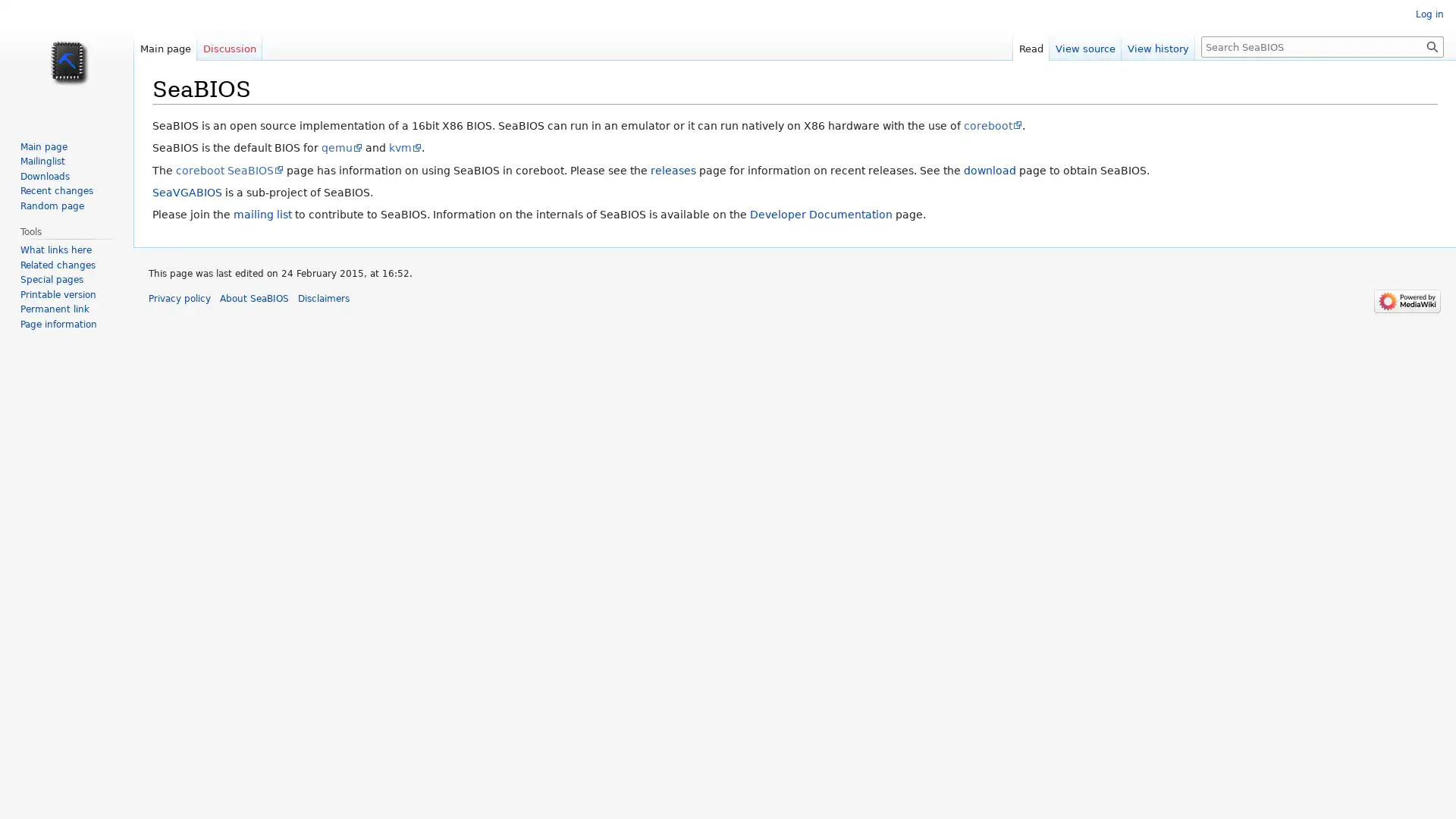 This screenshot has width=1456, height=819. Describe the element at coordinates (1432, 45) in the screenshot. I see `Search` at that location.